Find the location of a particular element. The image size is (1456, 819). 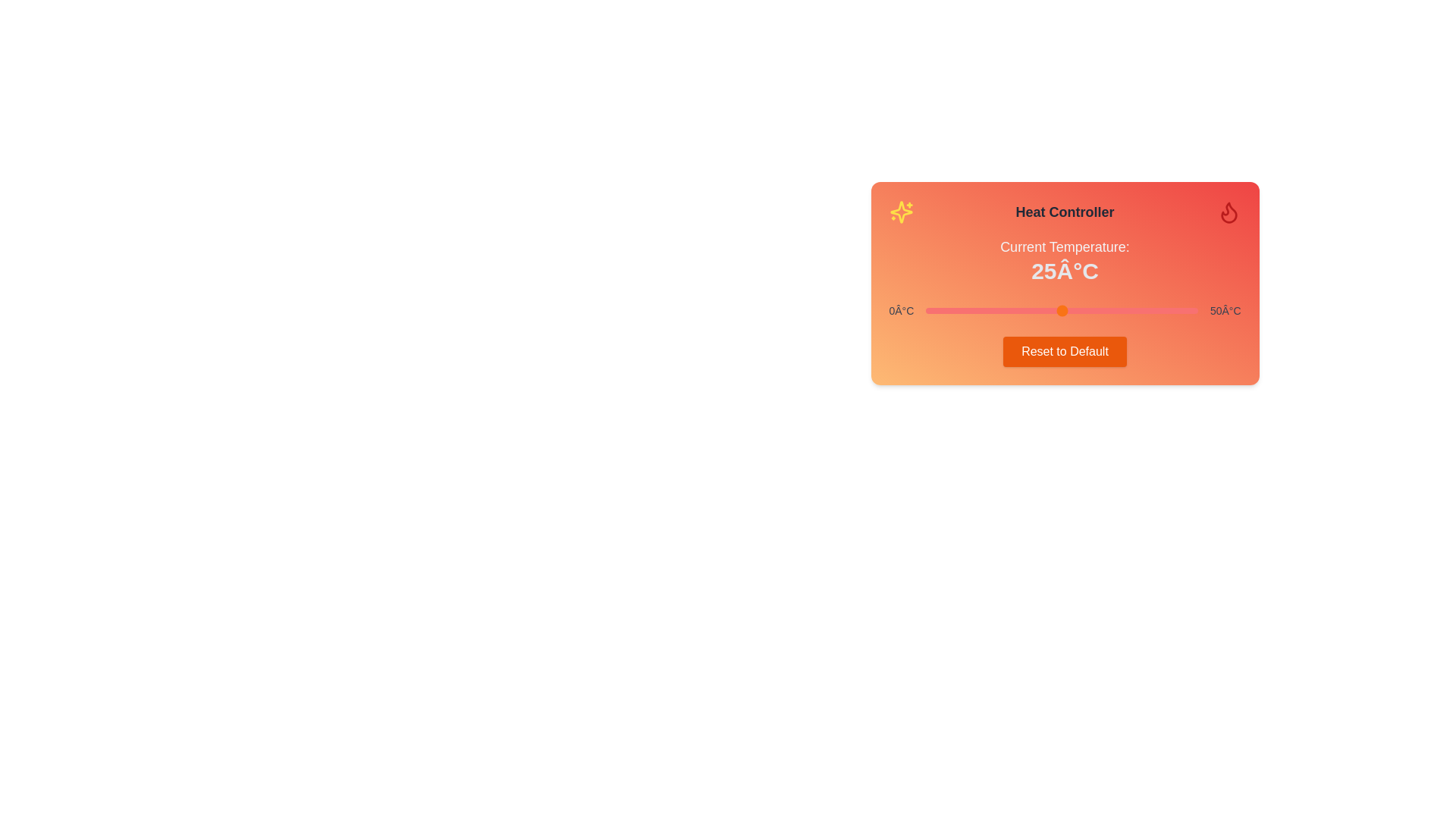

the temperature slider to set the temperature to 3°C is located at coordinates (941, 309).